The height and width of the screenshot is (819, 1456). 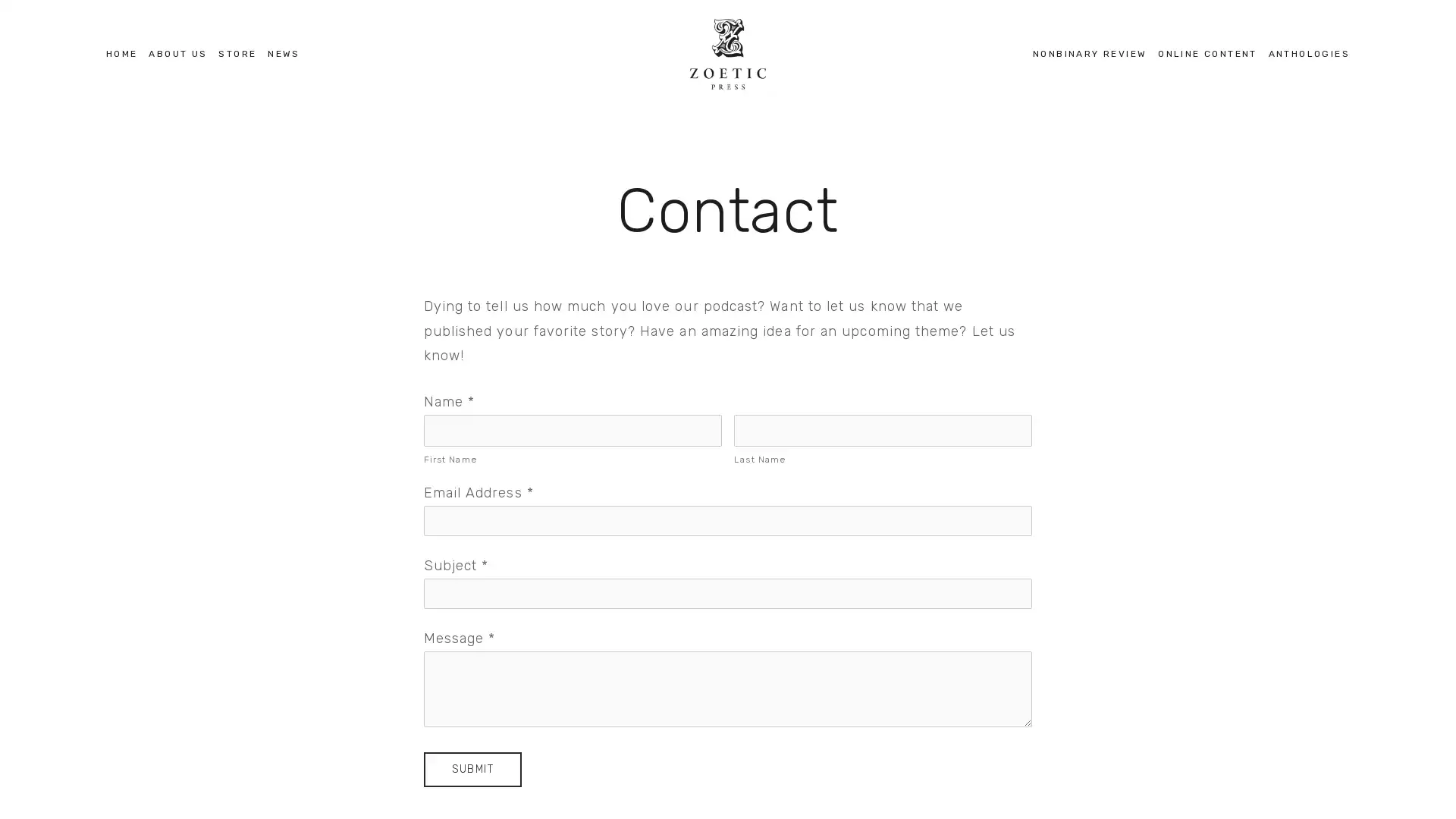 I want to click on Submit, so click(x=471, y=769).